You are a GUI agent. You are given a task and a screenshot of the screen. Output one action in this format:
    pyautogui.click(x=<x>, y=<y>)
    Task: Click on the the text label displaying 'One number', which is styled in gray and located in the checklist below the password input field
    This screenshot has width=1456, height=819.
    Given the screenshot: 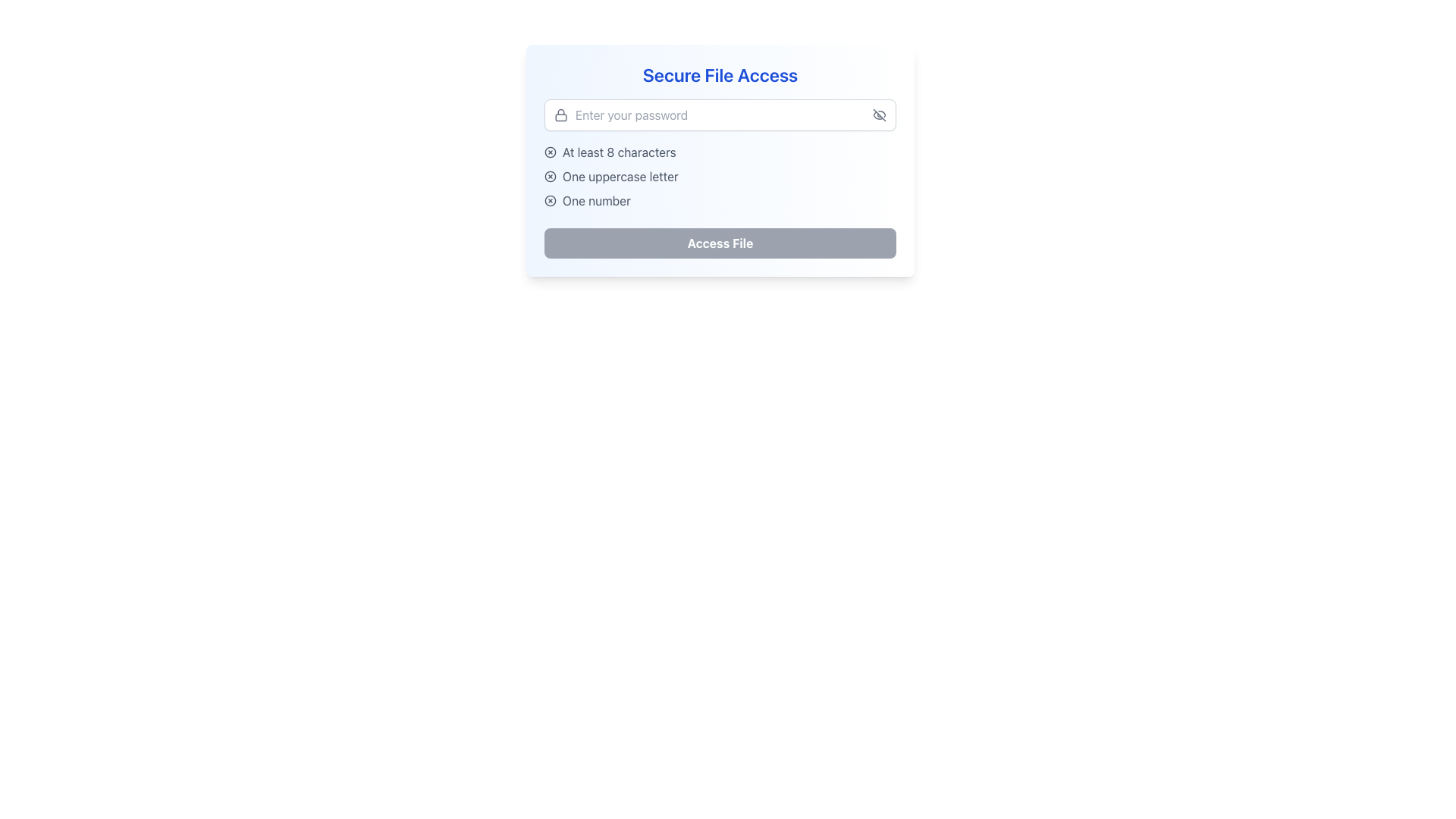 What is the action you would take?
    pyautogui.click(x=596, y=200)
    